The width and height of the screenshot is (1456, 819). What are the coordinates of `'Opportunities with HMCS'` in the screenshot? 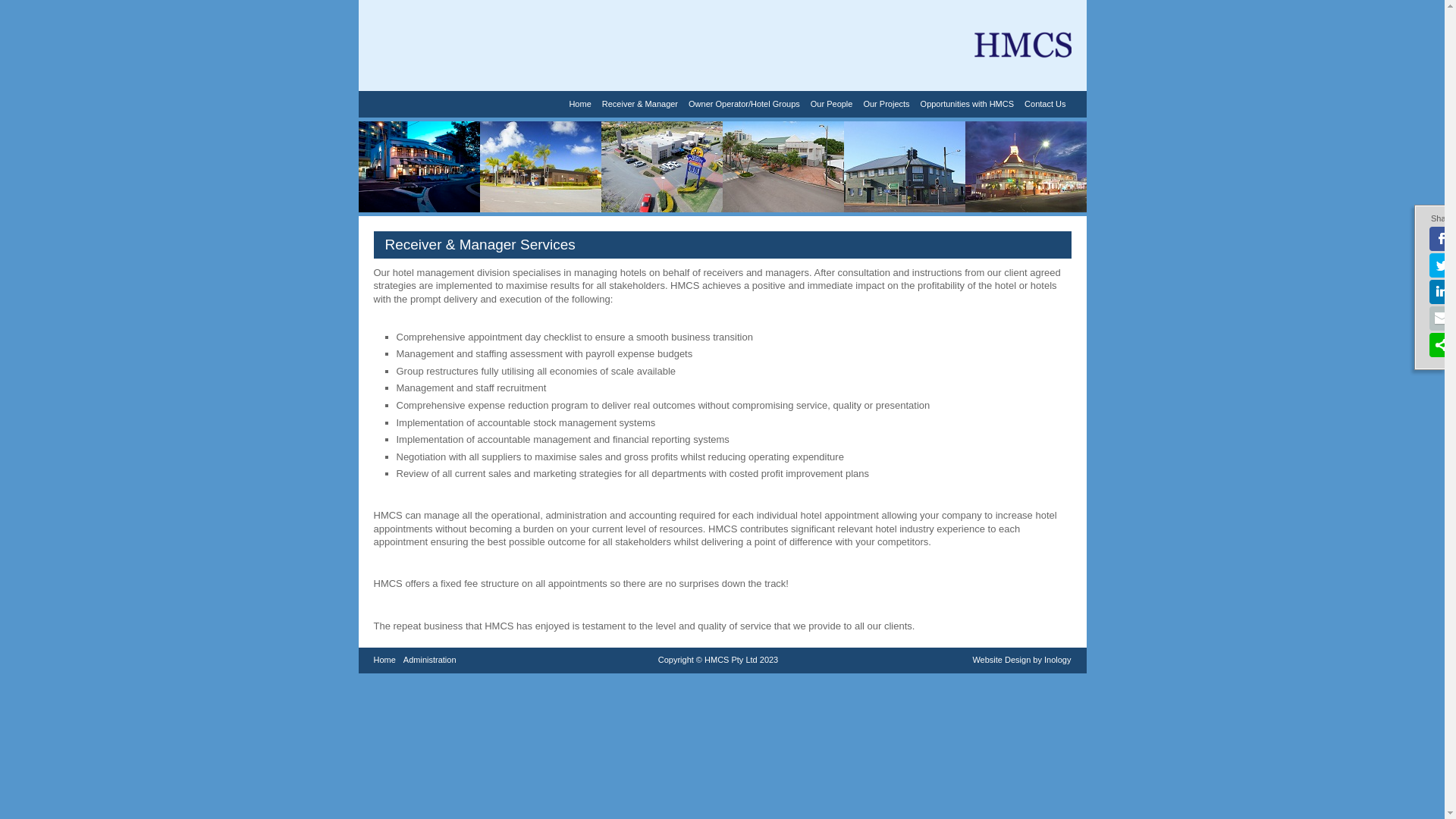 It's located at (967, 103).